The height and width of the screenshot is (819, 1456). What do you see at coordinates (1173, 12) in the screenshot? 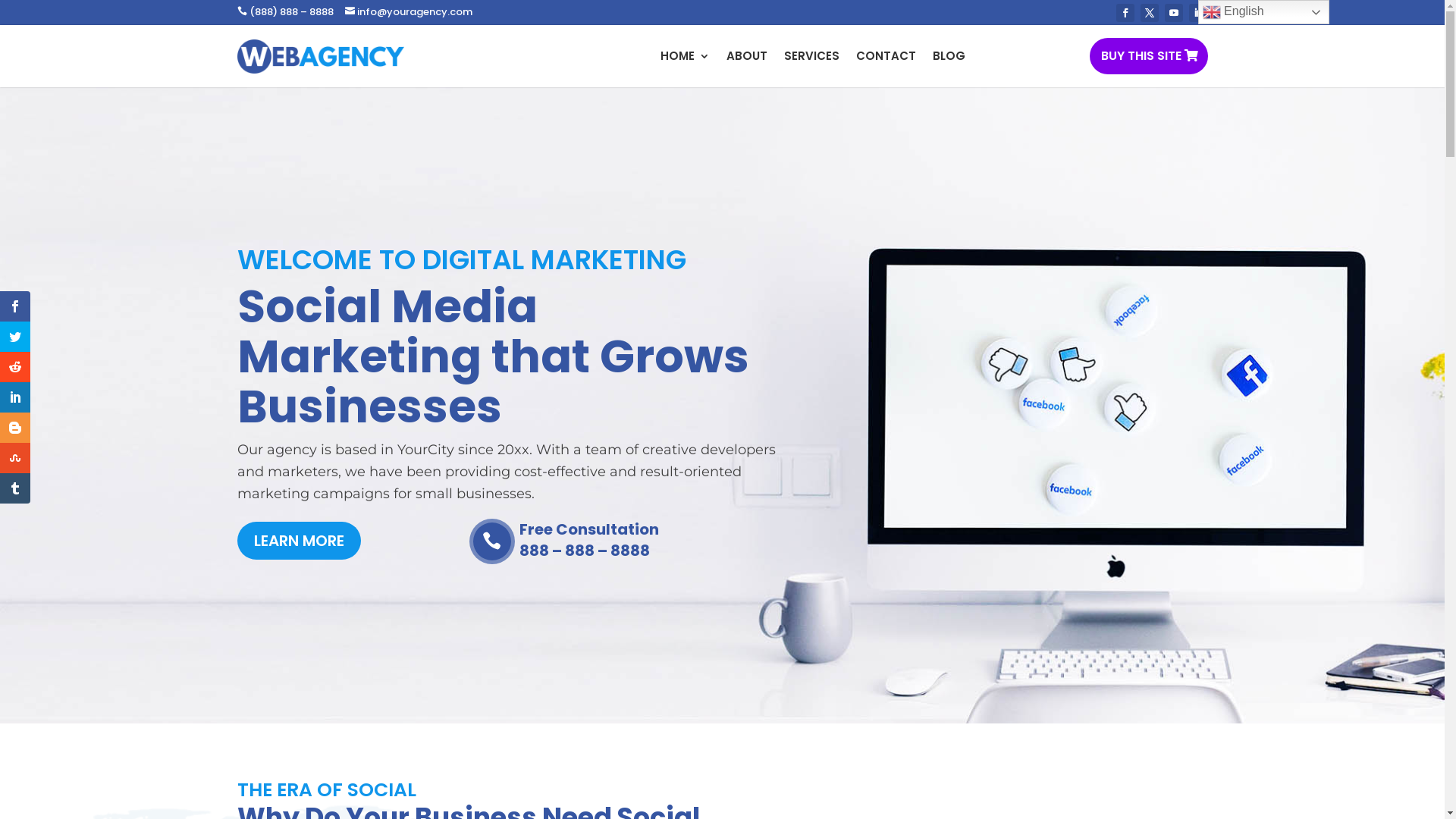
I see `'Follow on Youtube'` at bounding box center [1173, 12].